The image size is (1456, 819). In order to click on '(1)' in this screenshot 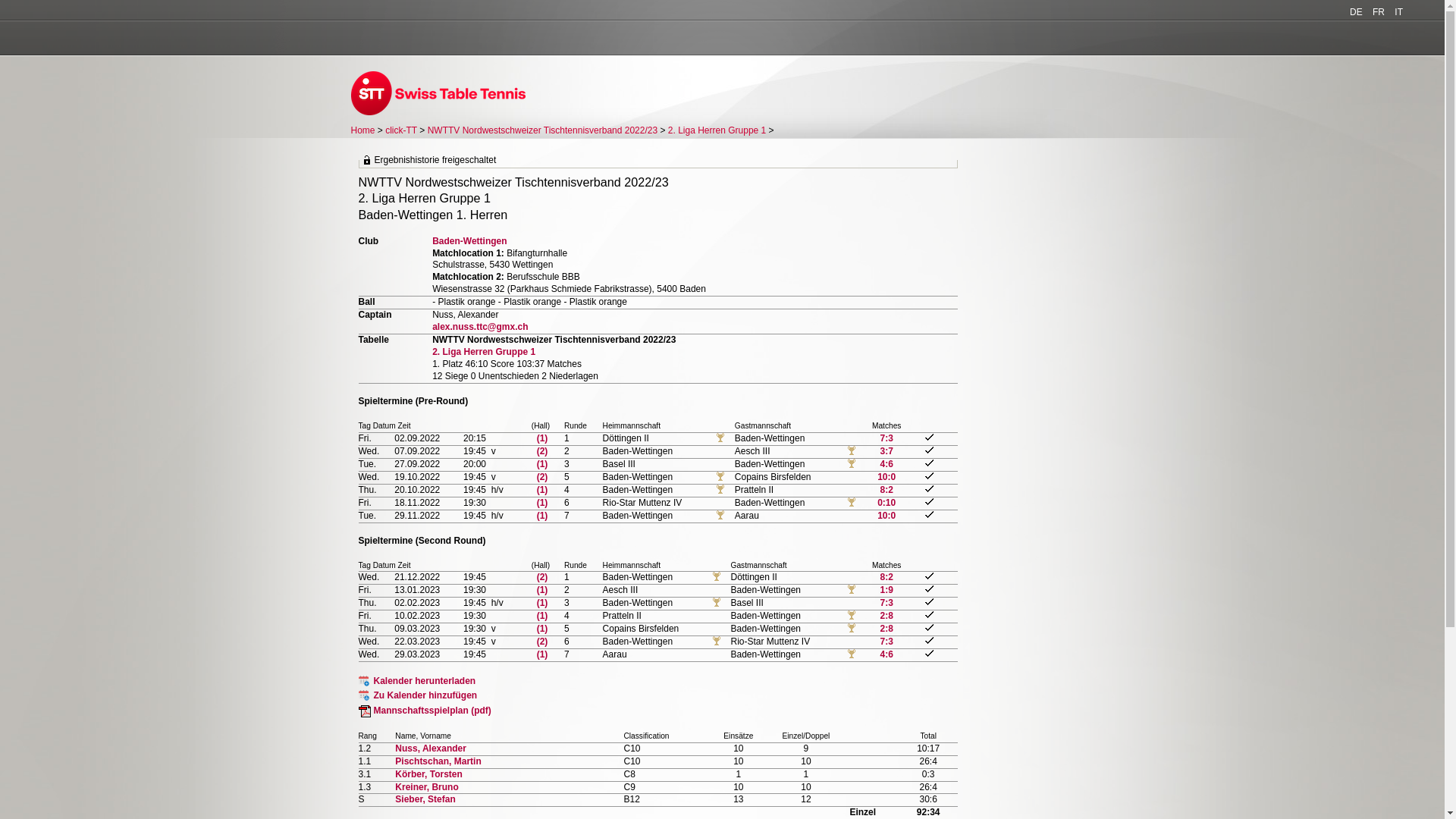, I will do `click(542, 438)`.